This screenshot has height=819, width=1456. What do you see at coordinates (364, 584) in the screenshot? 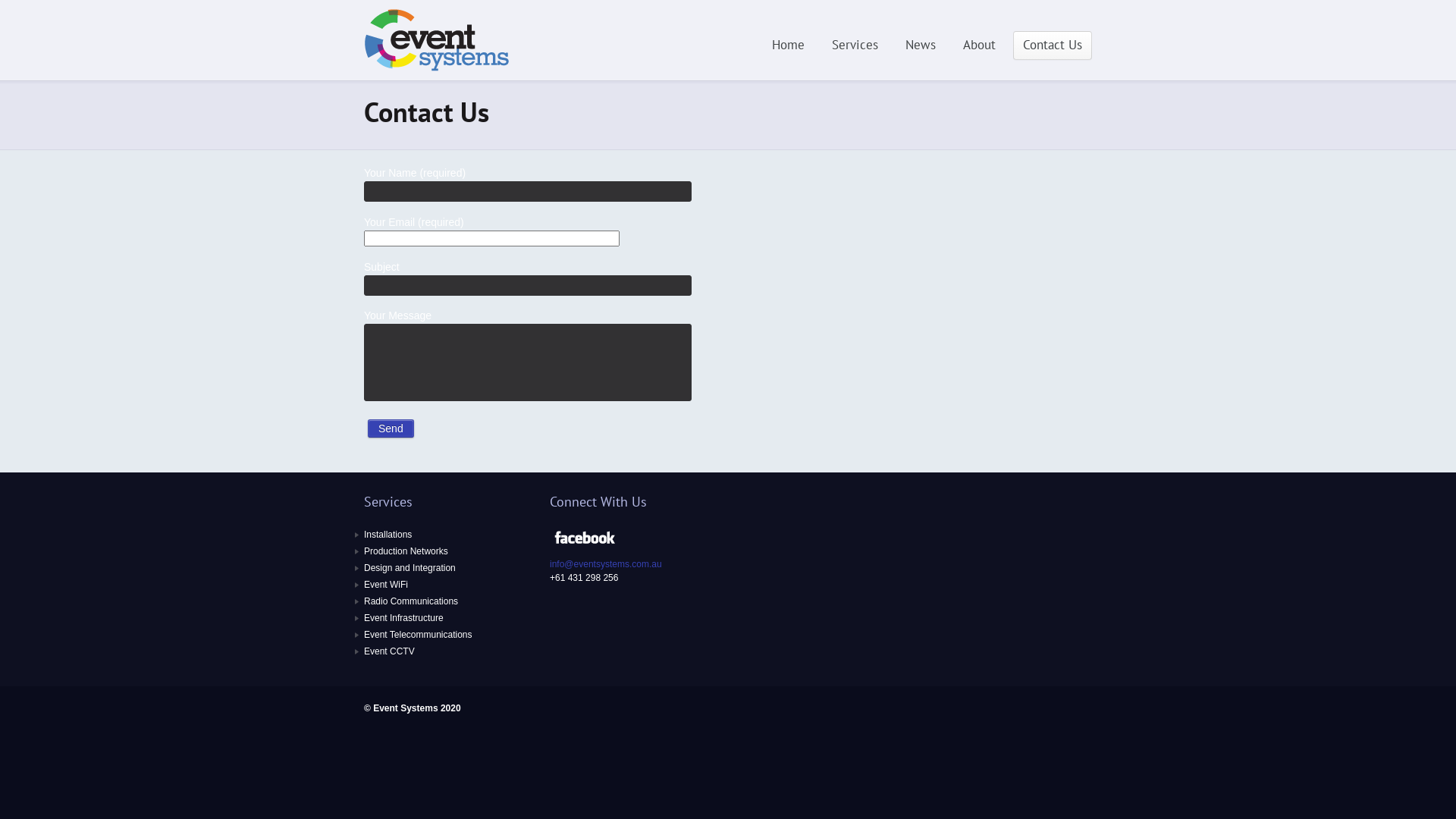
I see `'Event WiFi'` at bounding box center [364, 584].